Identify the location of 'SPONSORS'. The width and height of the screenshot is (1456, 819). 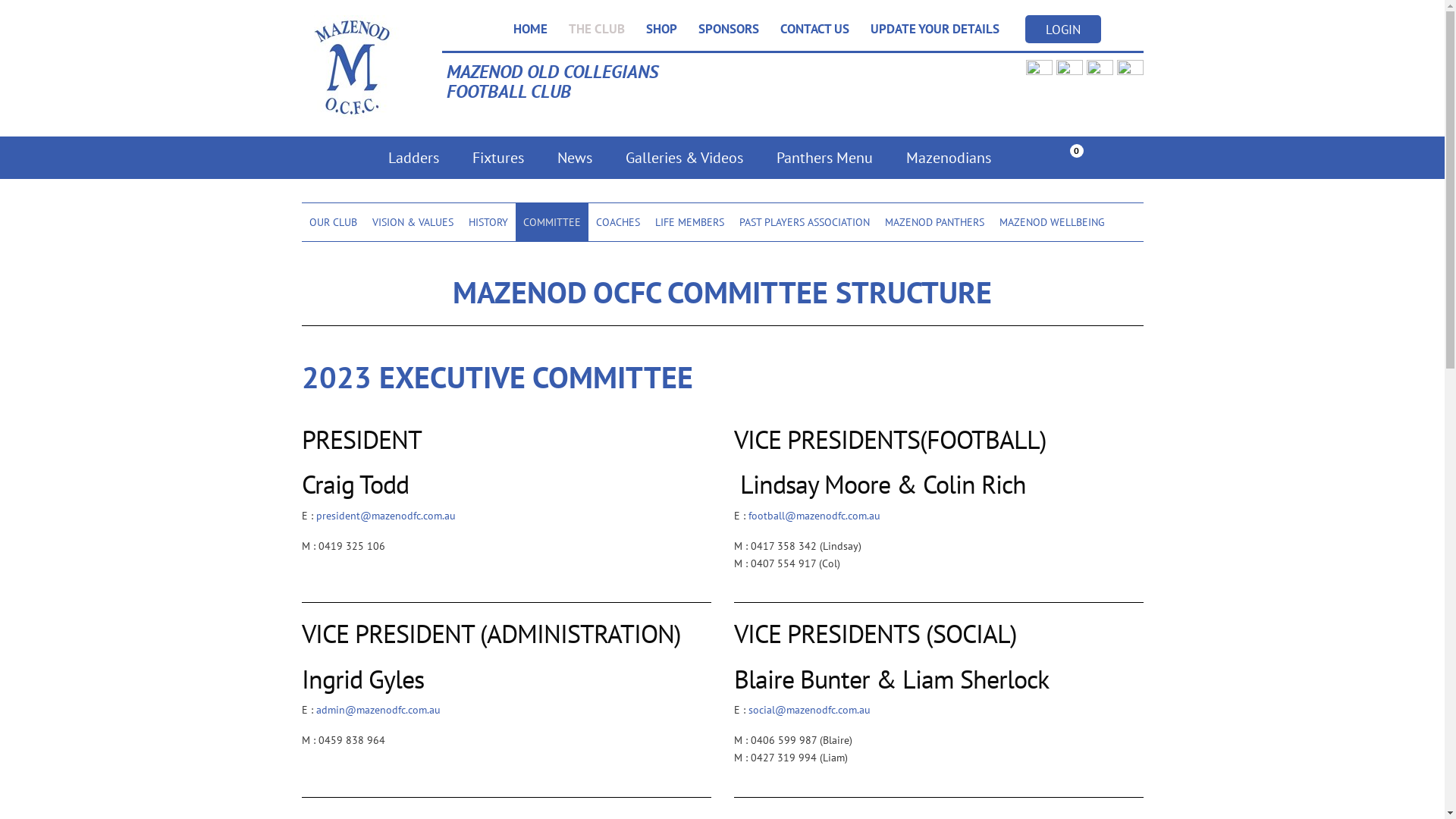
(728, 29).